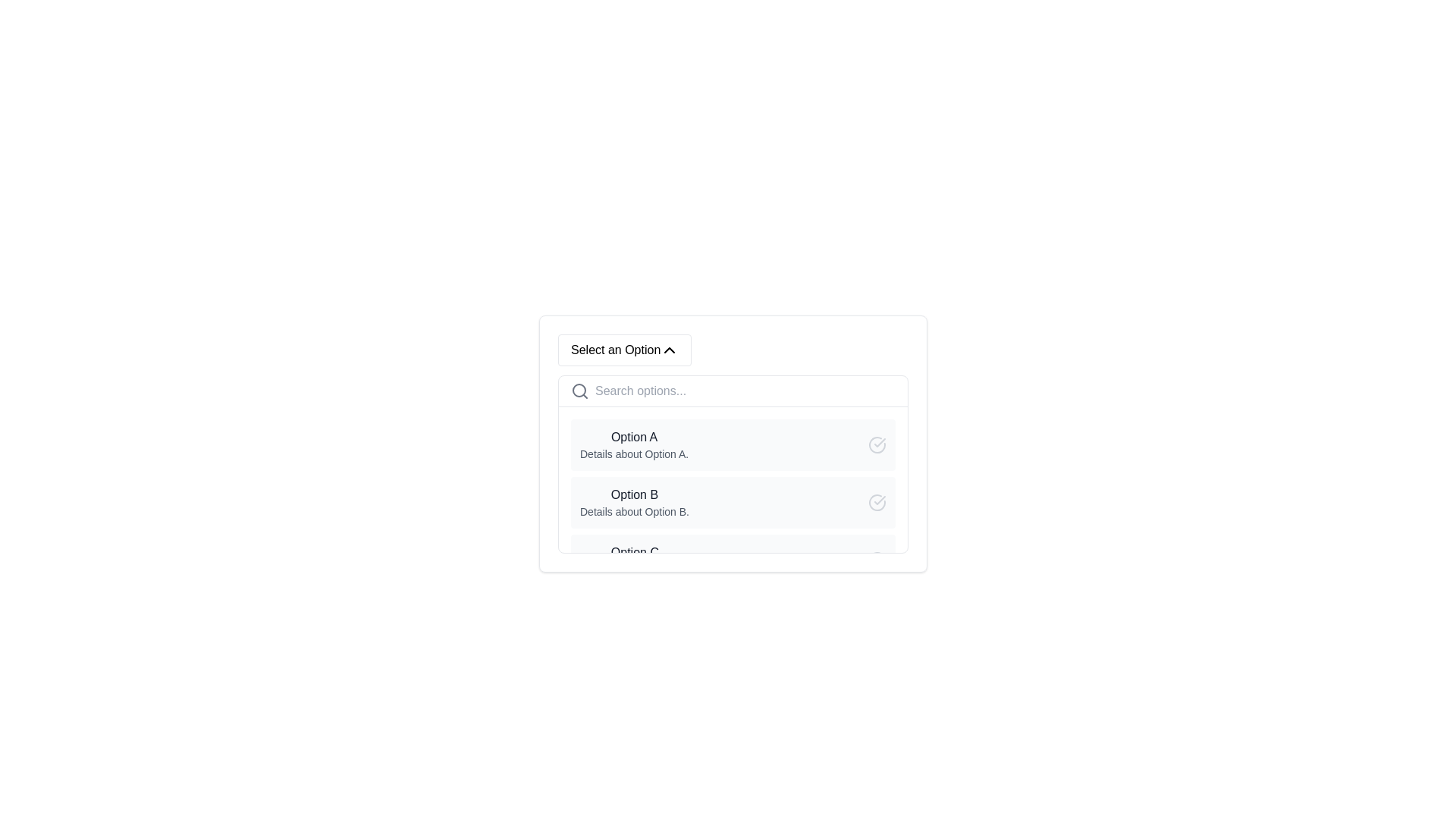  What do you see at coordinates (634, 453) in the screenshot?
I see `the descriptive text label that provides additional information about the 'Option A' selection in the dropdown menu, located below the 'Option A' label` at bounding box center [634, 453].